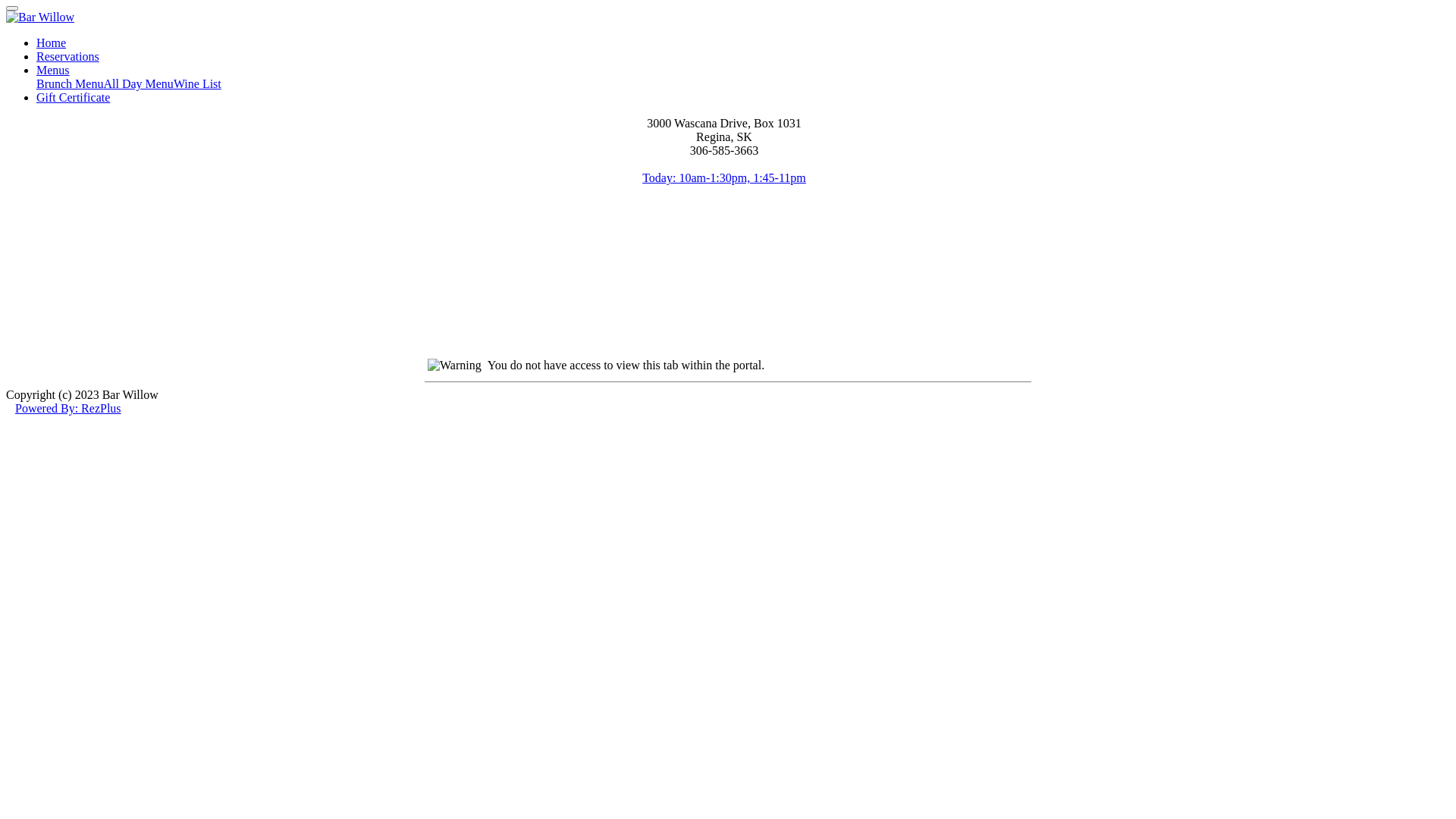 This screenshot has width=1456, height=819. What do you see at coordinates (36, 55) in the screenshot?
I see `'Reservations'` at bounding box center [36, 55].